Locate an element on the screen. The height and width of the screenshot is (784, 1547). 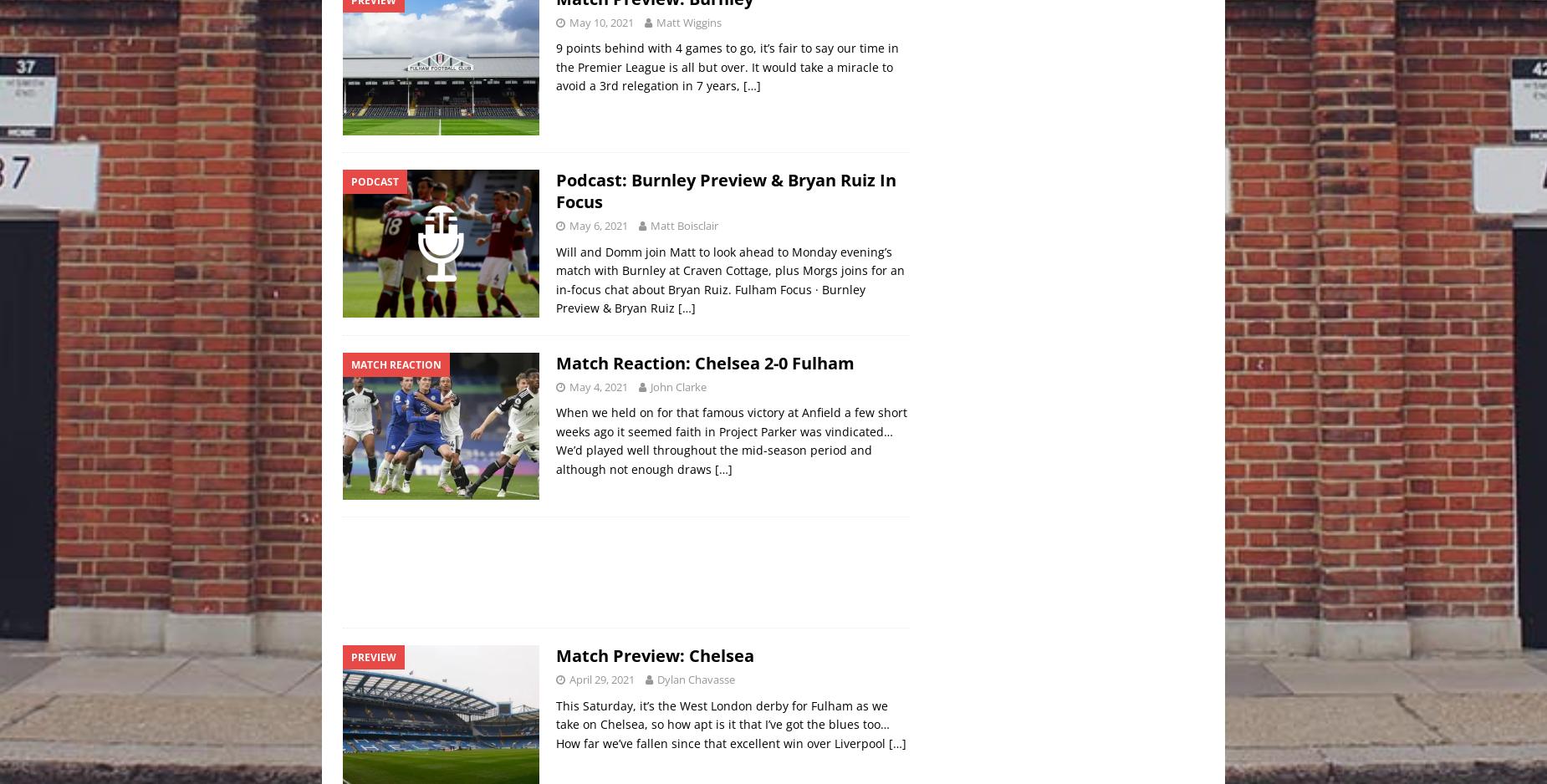
'Match Reaction: Chelsea 2-0 Fulham' is located at coordinates (705, 362).